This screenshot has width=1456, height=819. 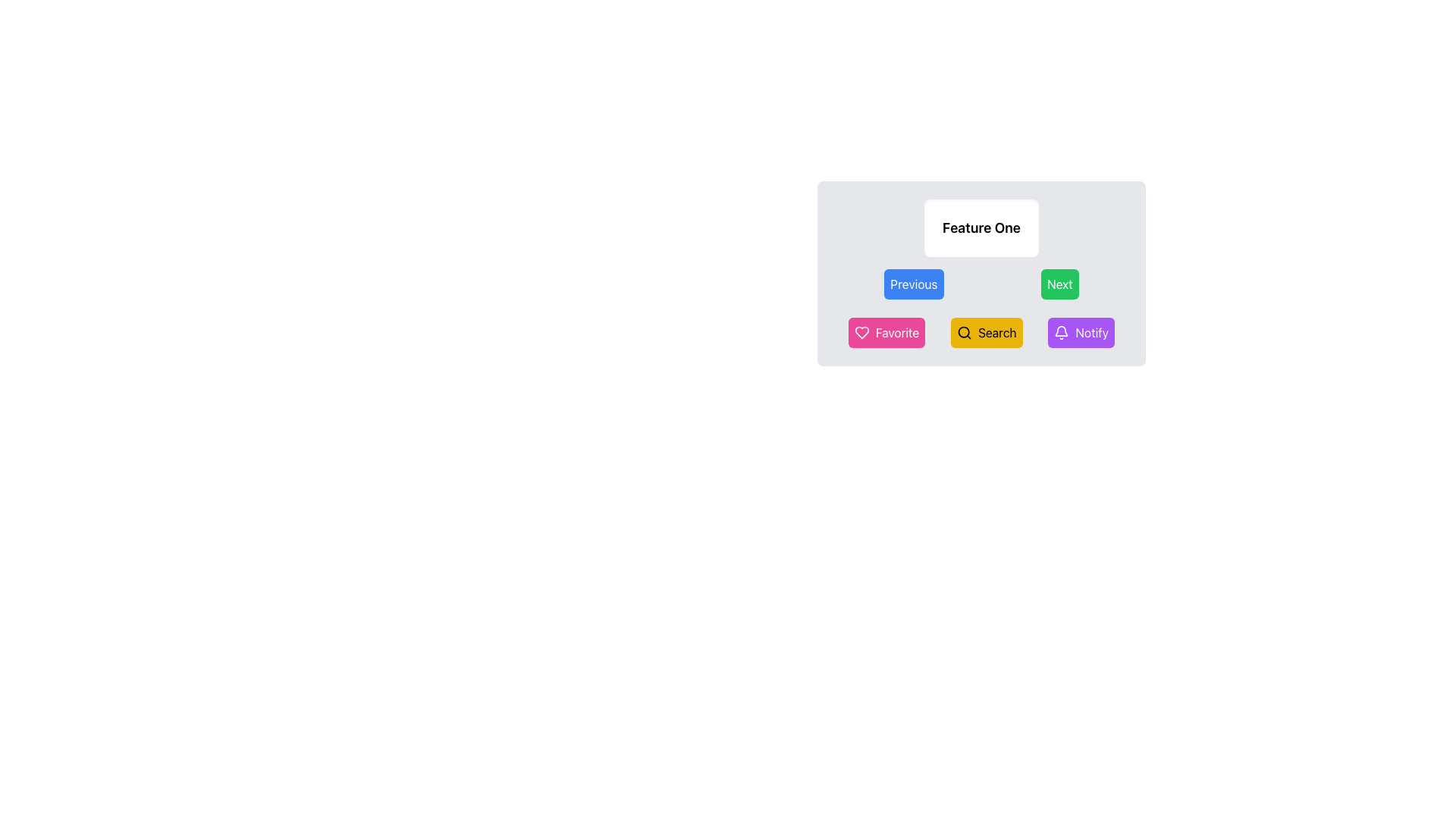 What do you see at coordinates (861, 332) in the screenshot?
I see `the heart-shaped icon filled with pink color located below 'Feature One' to mark it as favorite` at bounding box center [861, 332].